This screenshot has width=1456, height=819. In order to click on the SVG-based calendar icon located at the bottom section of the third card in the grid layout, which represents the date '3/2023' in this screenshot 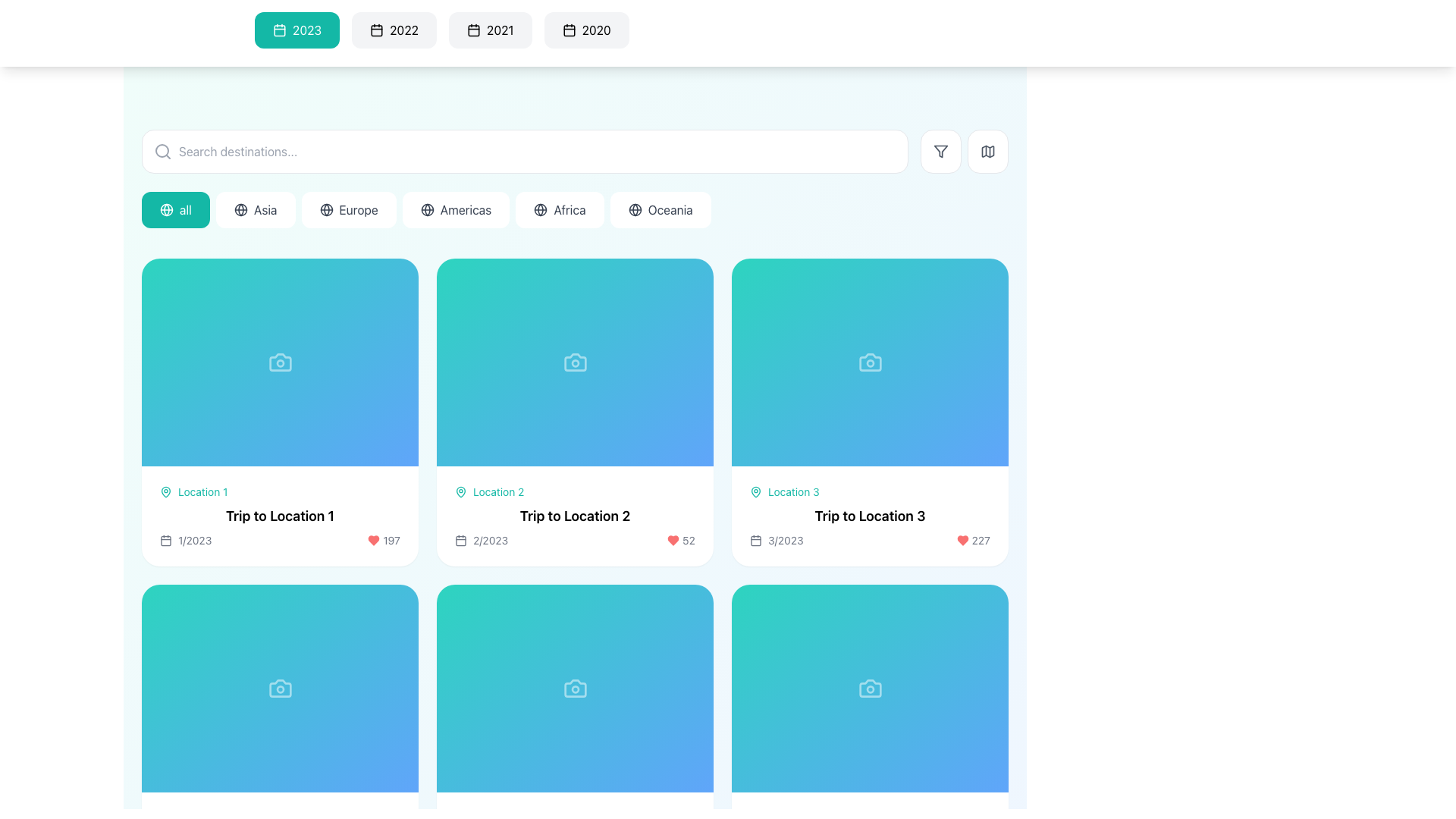, I will do `click(756, 539)`.